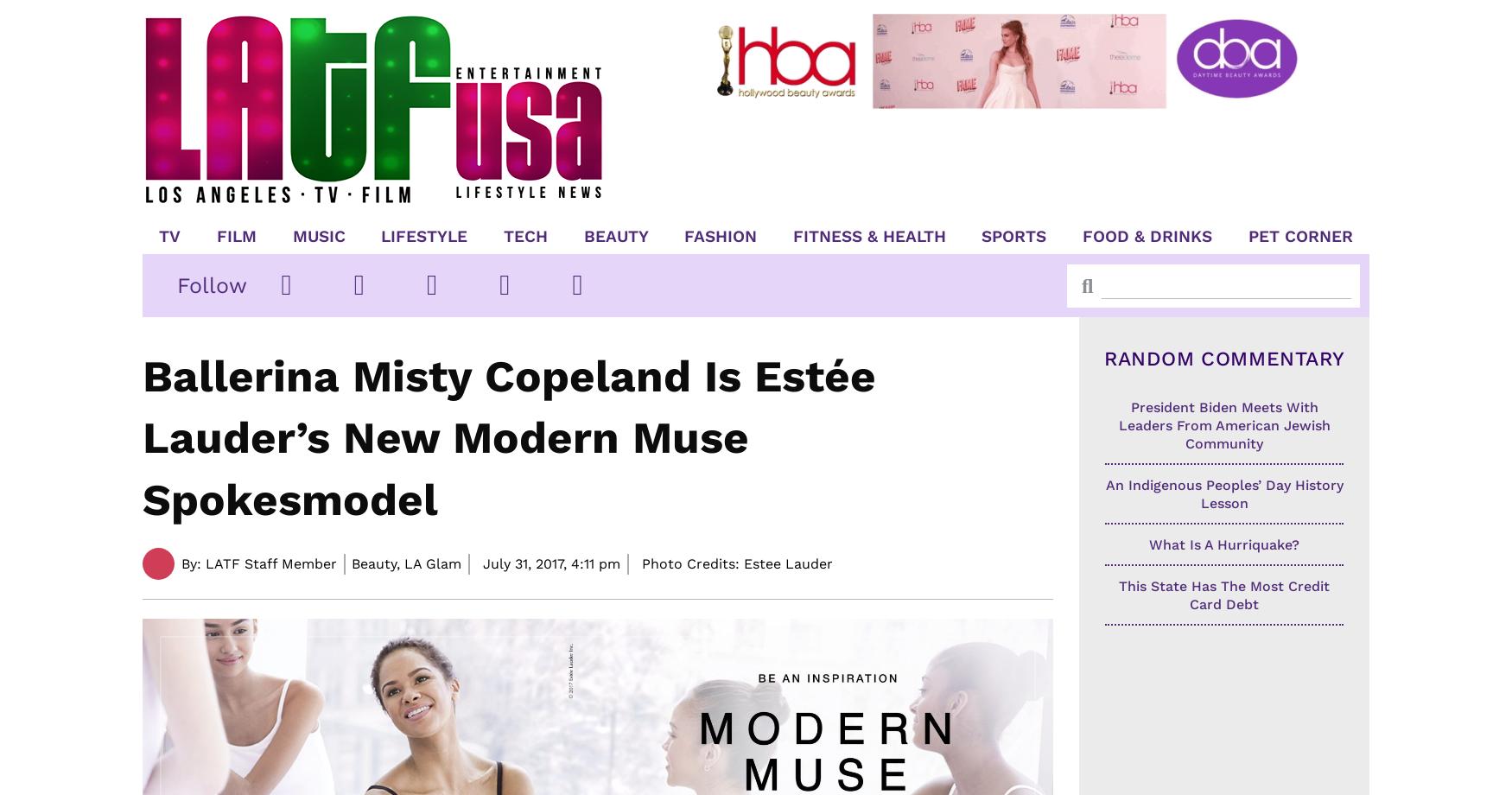  I want to click on 'Beauty', so click(615, 236).